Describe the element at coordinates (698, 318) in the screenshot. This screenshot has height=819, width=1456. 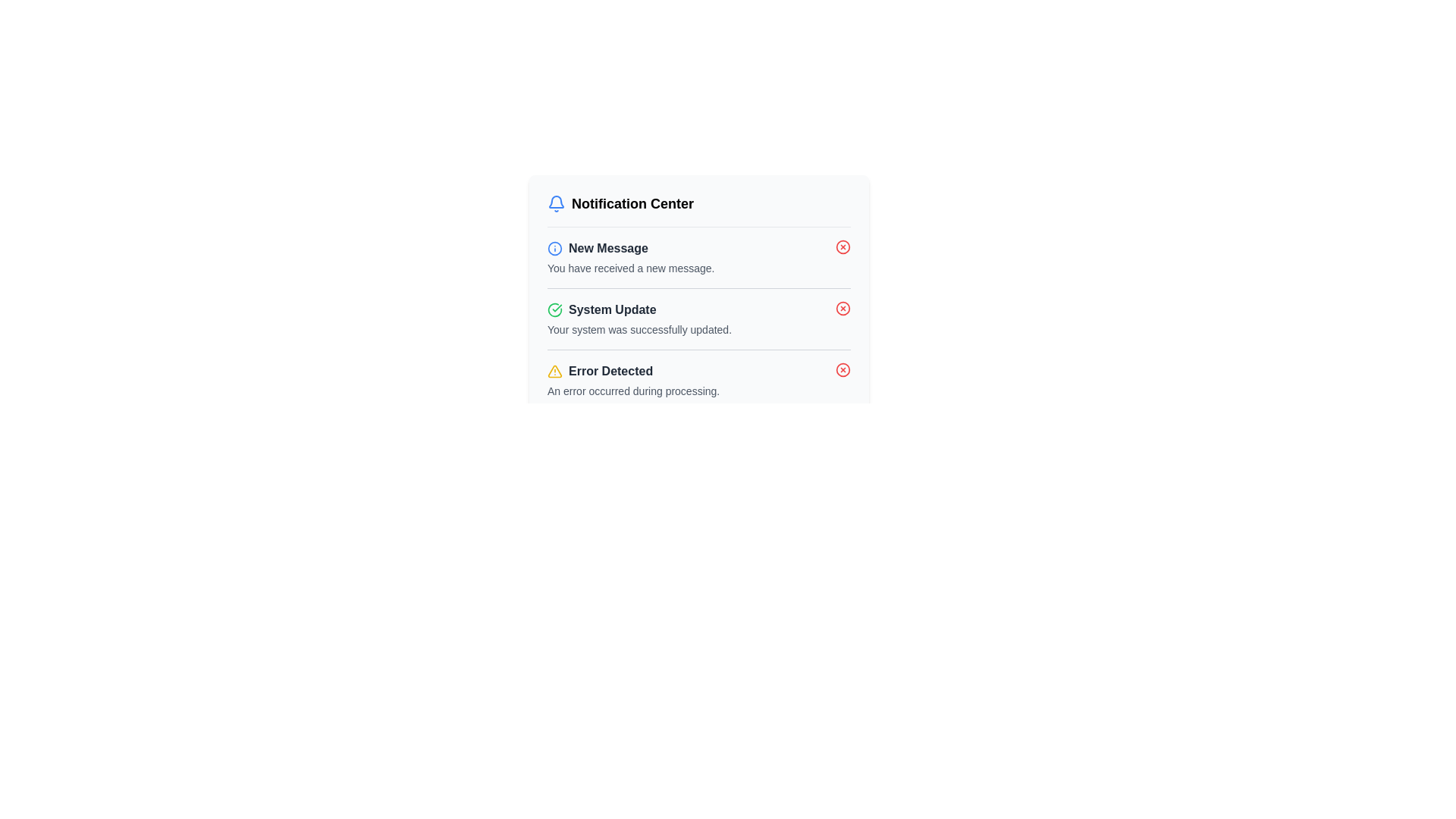
I see `notification text of the second notification item in the Notification Center, which contains the title 'System Update' and the description 'Your system was successfully updated.'` at that location.